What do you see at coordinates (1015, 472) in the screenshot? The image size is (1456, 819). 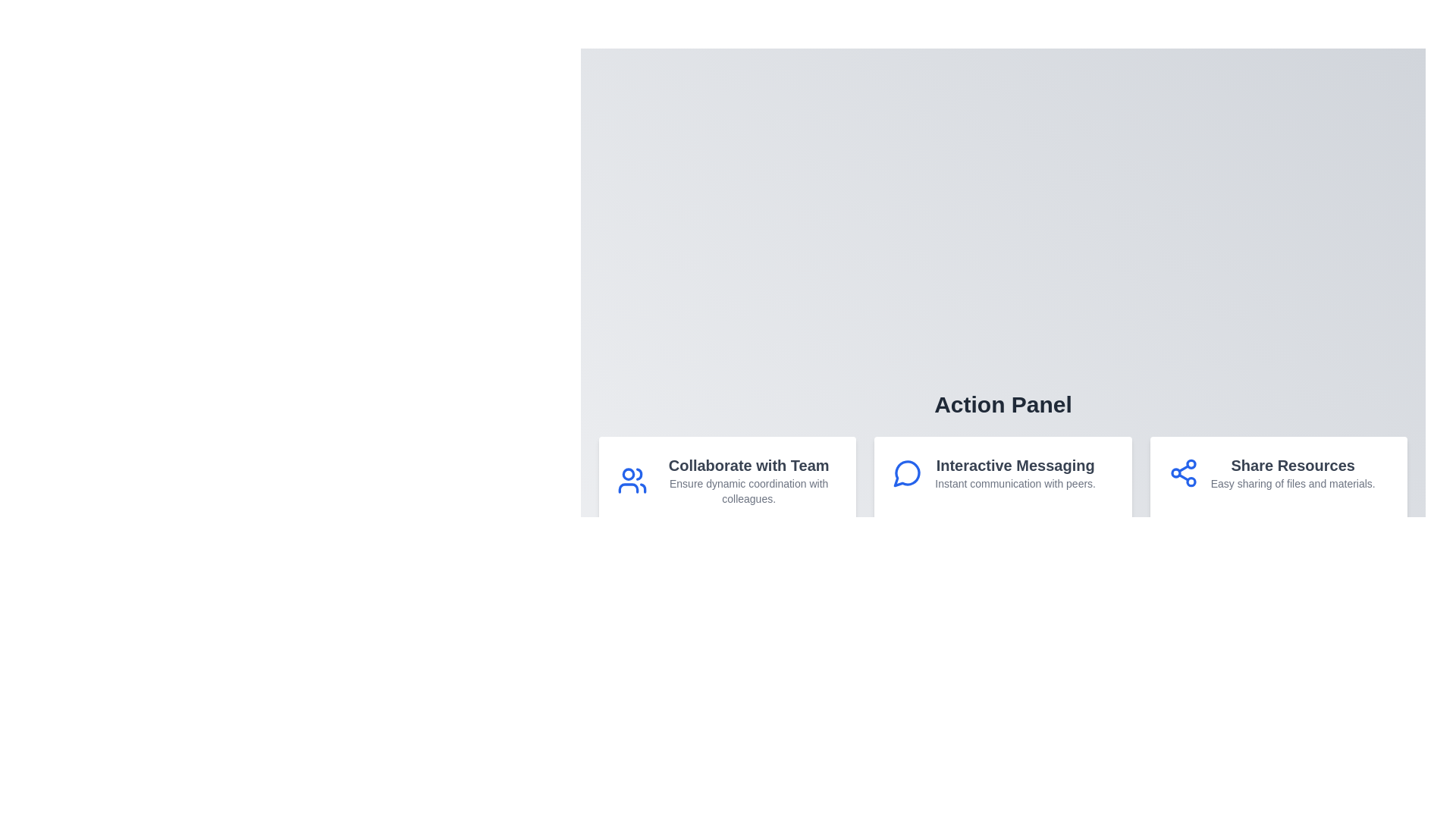 I see `the textual description block for the 'Interactive Messaging' feature, which is located in the central card among three horizontally aligned cards at the bottom of the action panel section` at bounding box center [1015, 472].